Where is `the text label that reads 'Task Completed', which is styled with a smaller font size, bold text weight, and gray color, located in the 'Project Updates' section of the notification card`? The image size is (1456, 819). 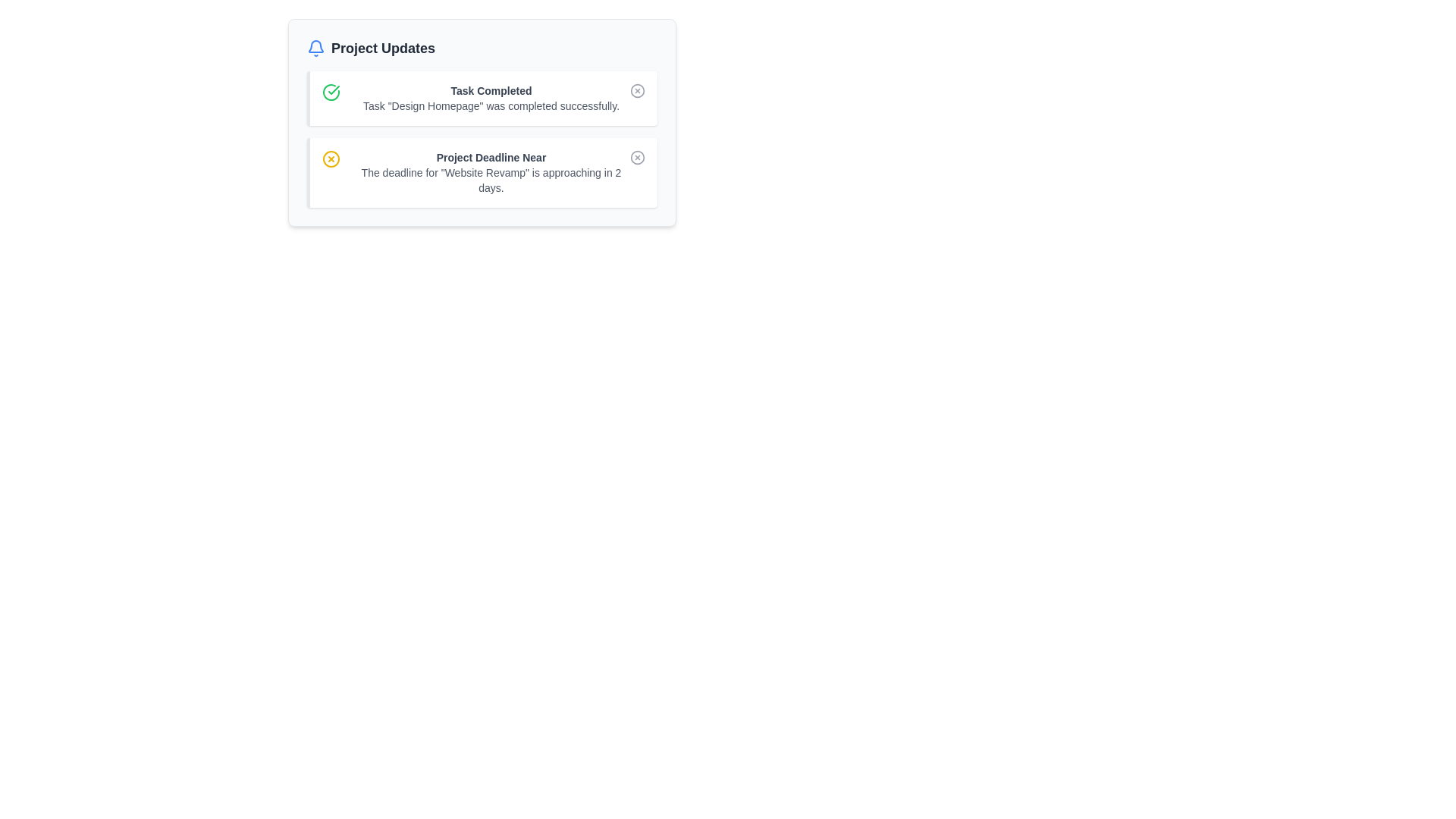 the text label that reads 'Task Completed', which is styled with a smaller font size, bold text weight, and gray color, located in the 'Project Updates' section of the notification card is located at coordinates (491, 90).